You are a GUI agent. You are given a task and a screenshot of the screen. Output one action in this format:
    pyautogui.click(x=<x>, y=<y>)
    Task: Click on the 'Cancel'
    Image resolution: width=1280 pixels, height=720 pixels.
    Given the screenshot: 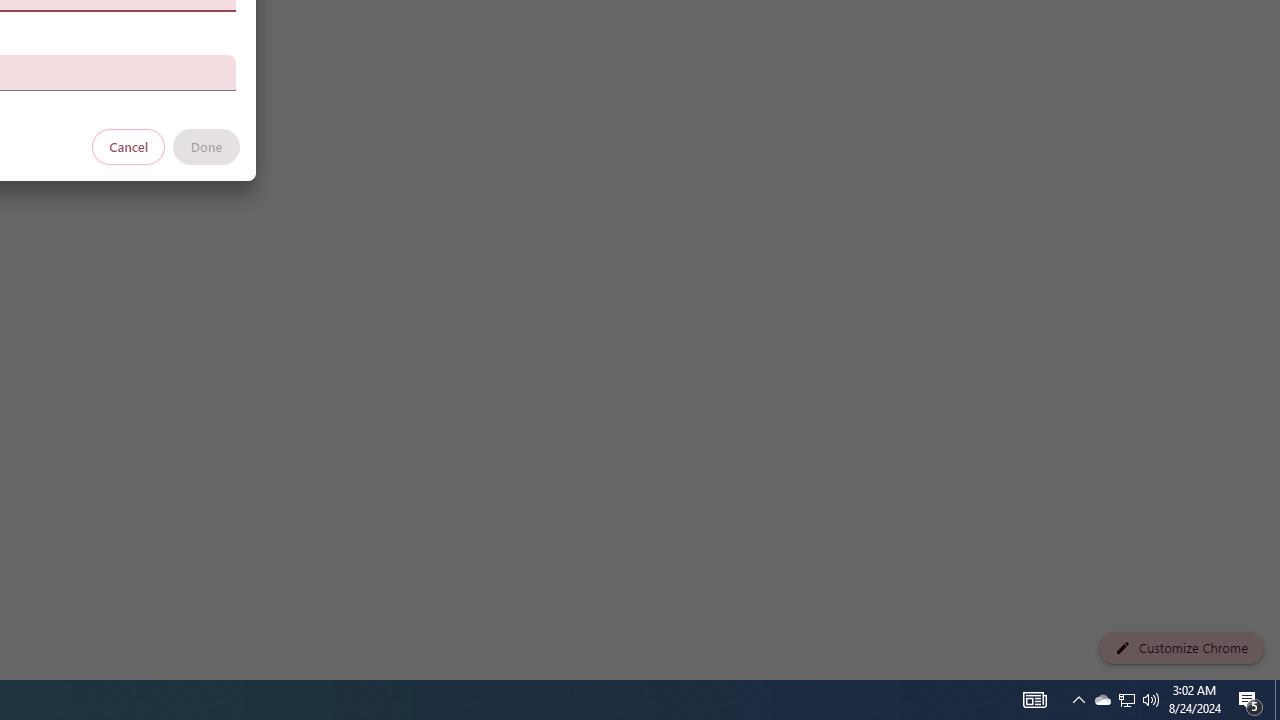 What is the action you would take?
    pyautogui.click(x=128, y=145)
    